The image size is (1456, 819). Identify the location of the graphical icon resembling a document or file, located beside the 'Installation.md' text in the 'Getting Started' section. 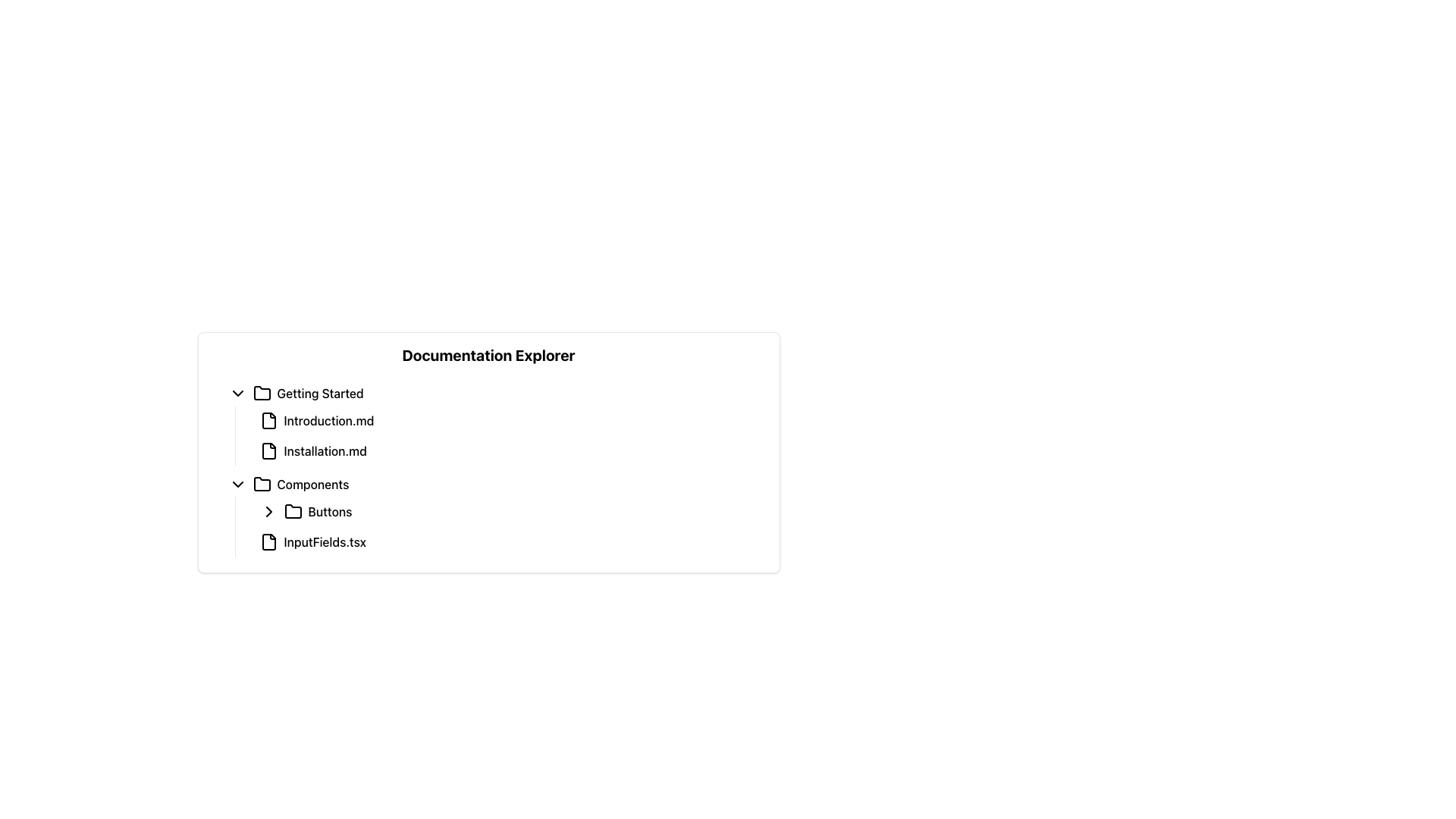
(268, 450).